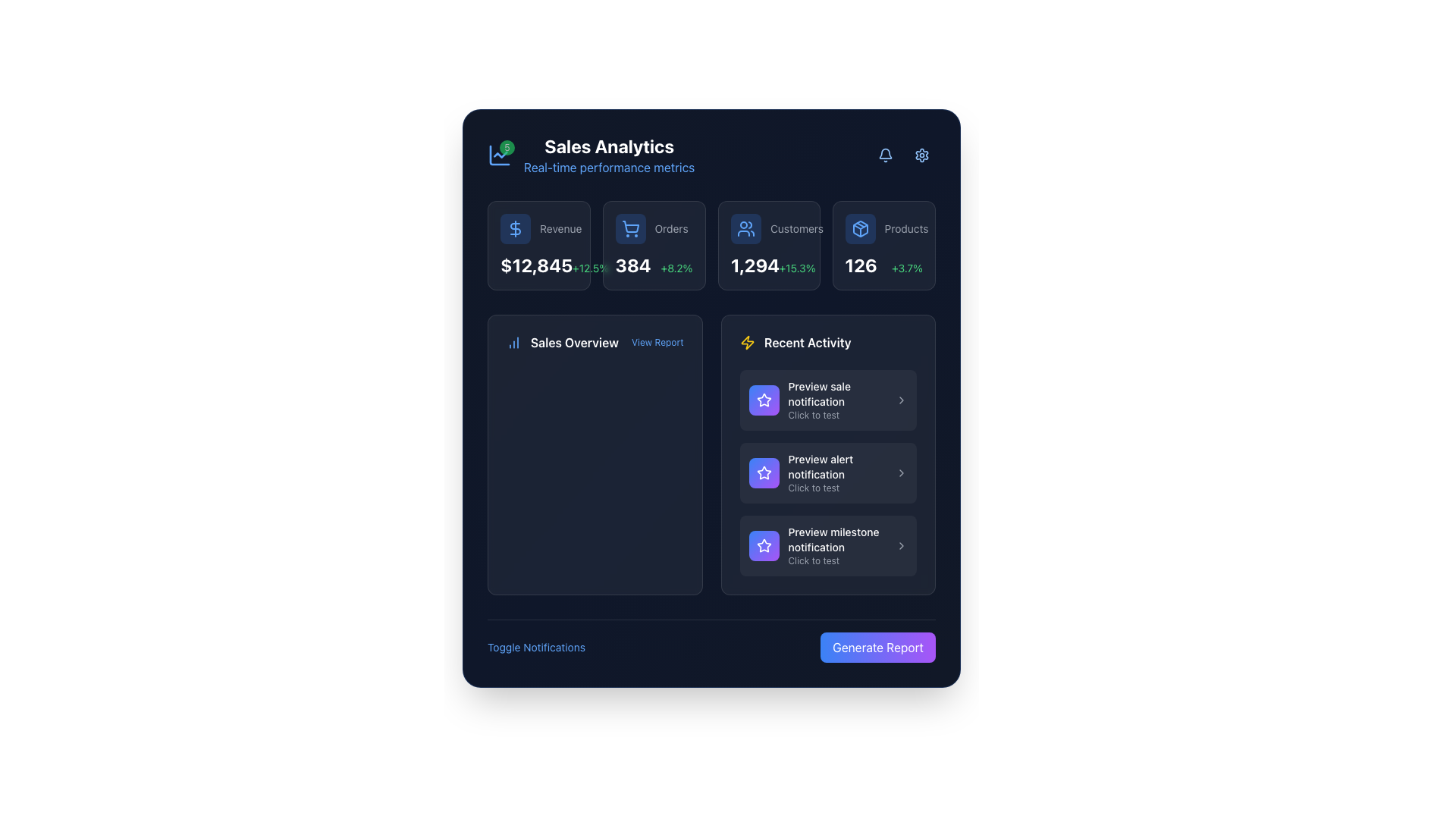 The width and height of the screenshot is (1456, 819). Describe the element at coordinates (903, 155) in the screenshot. I see `the group of interactive buttons with icons in the top-right corner of the 'Sales Analytics' card` at that location.